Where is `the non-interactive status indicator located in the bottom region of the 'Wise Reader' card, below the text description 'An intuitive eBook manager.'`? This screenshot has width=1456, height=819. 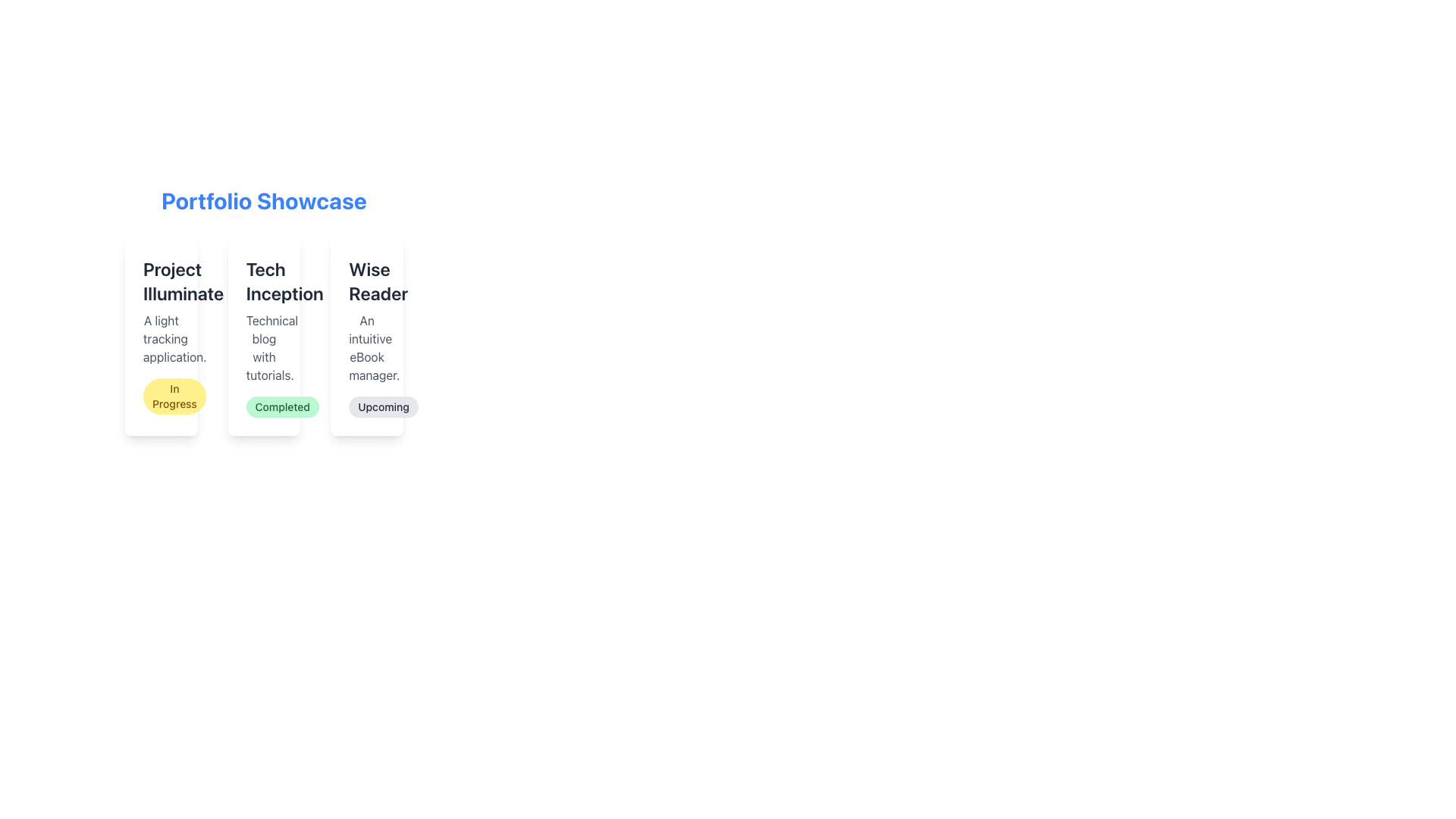 the non-interactive status indicator located in the bottom region of the 'Wise Reader' card, below the text description 'An intuitive eBook manager.' is located at coordinates (384, 406).